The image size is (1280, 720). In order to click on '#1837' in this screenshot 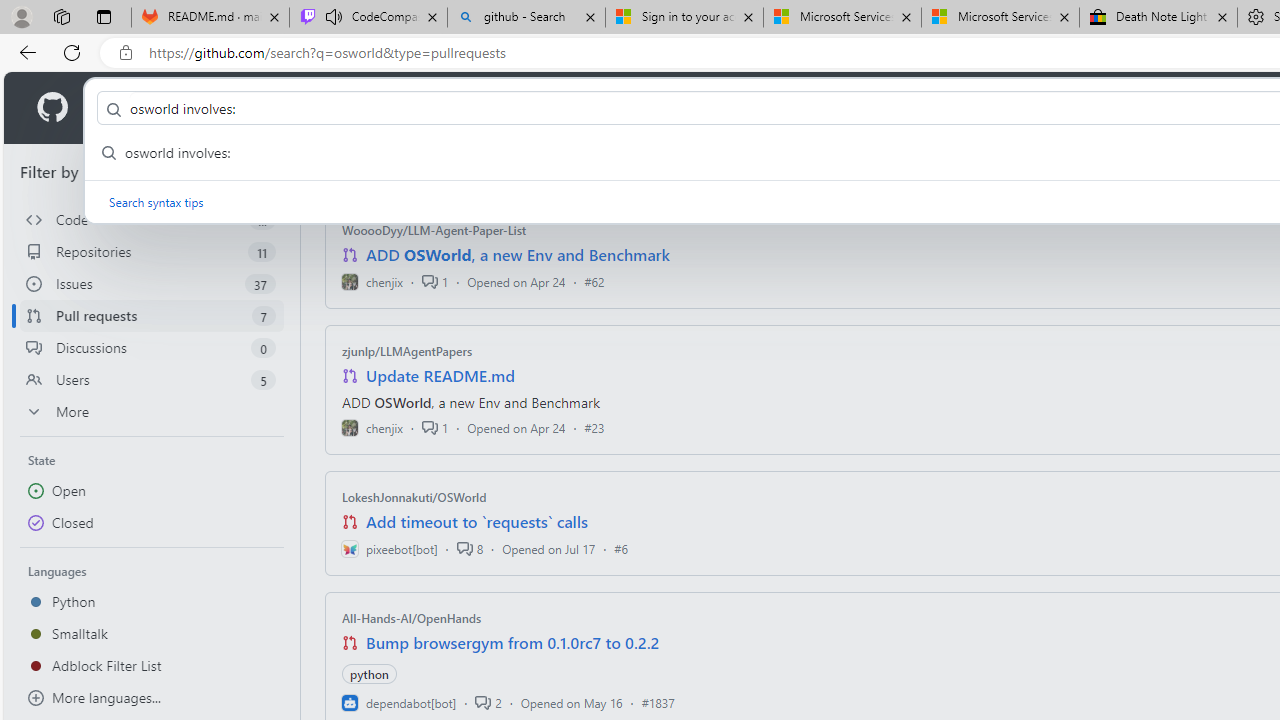, I will do `click(657, 701)`.